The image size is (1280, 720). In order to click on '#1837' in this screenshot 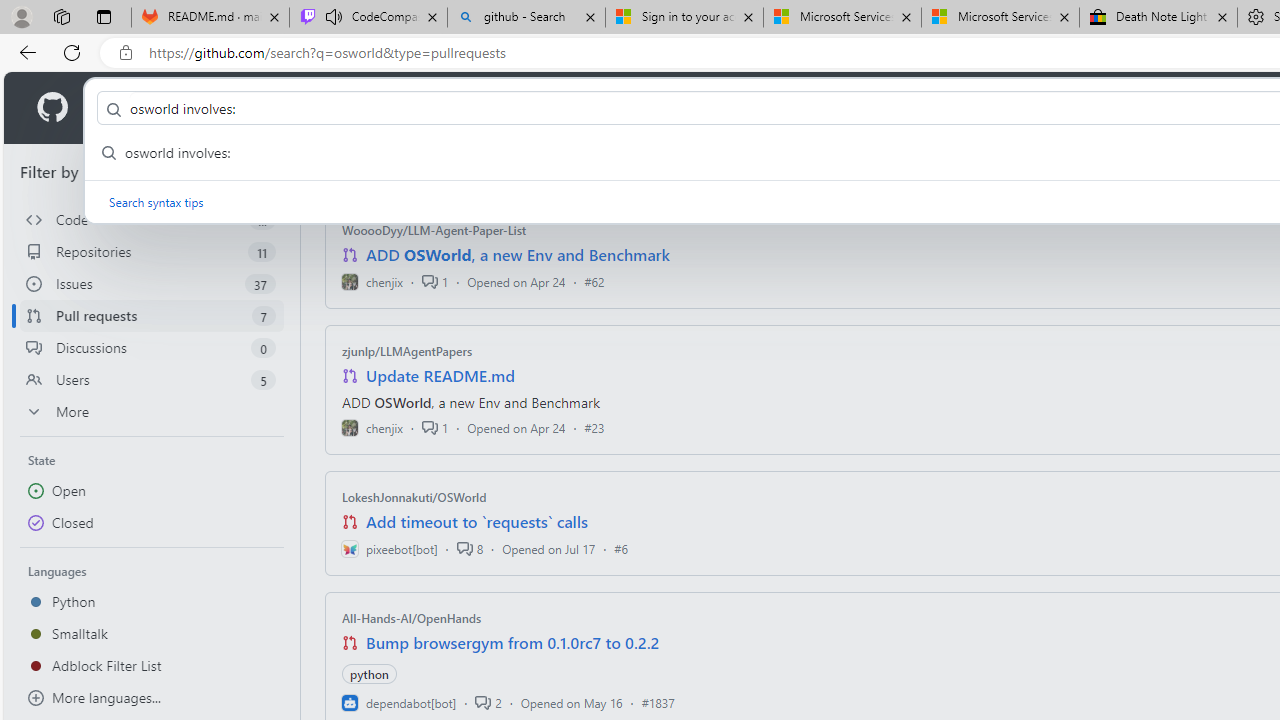, I will do `click(657, 701)`.